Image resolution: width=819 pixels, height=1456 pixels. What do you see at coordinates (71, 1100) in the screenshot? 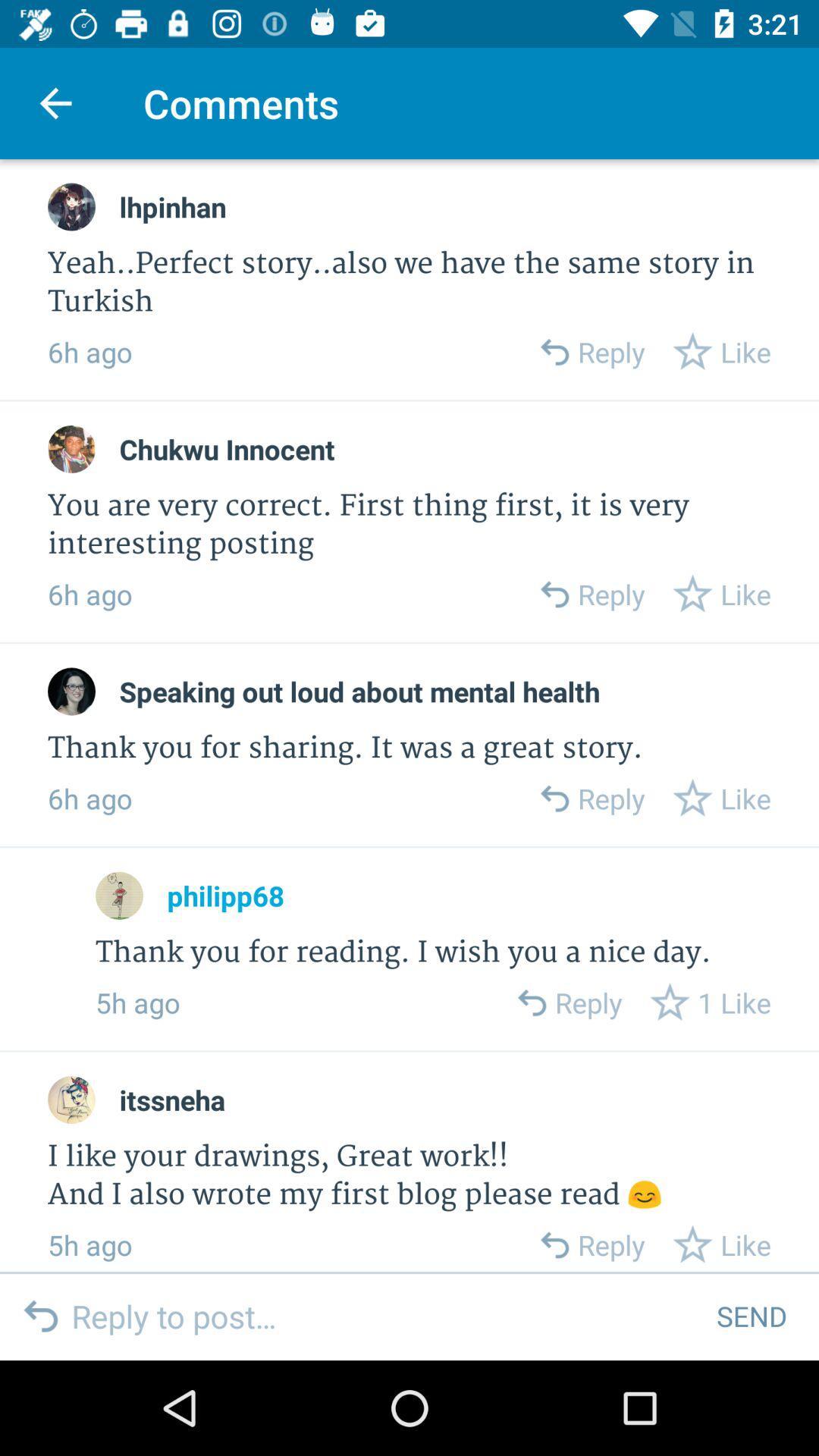
I see `profile` at bounding box center [71, 1100].